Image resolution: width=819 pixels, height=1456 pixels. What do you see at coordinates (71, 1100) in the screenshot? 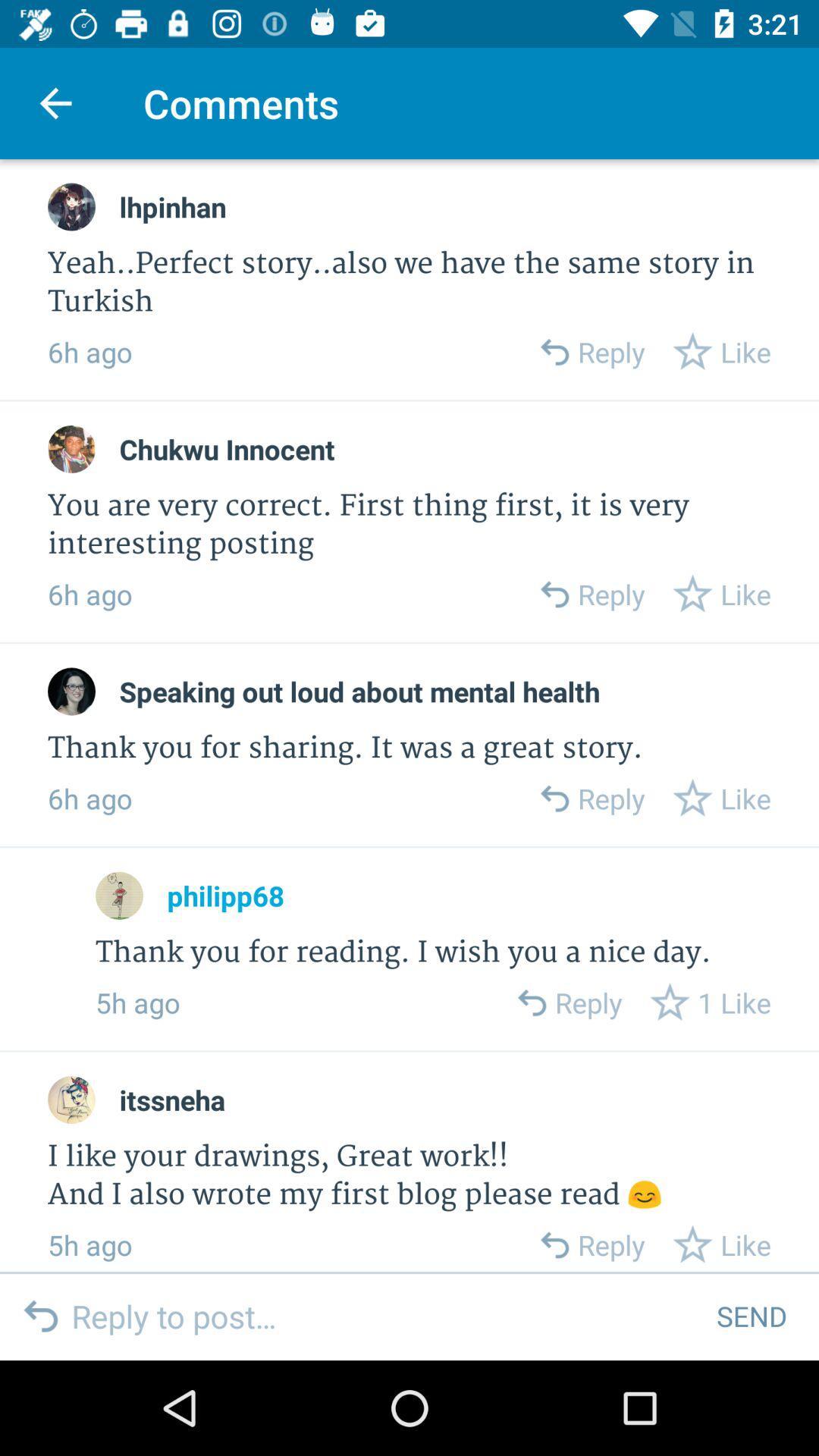
I see `profile` at bounding box center [71, 1100].